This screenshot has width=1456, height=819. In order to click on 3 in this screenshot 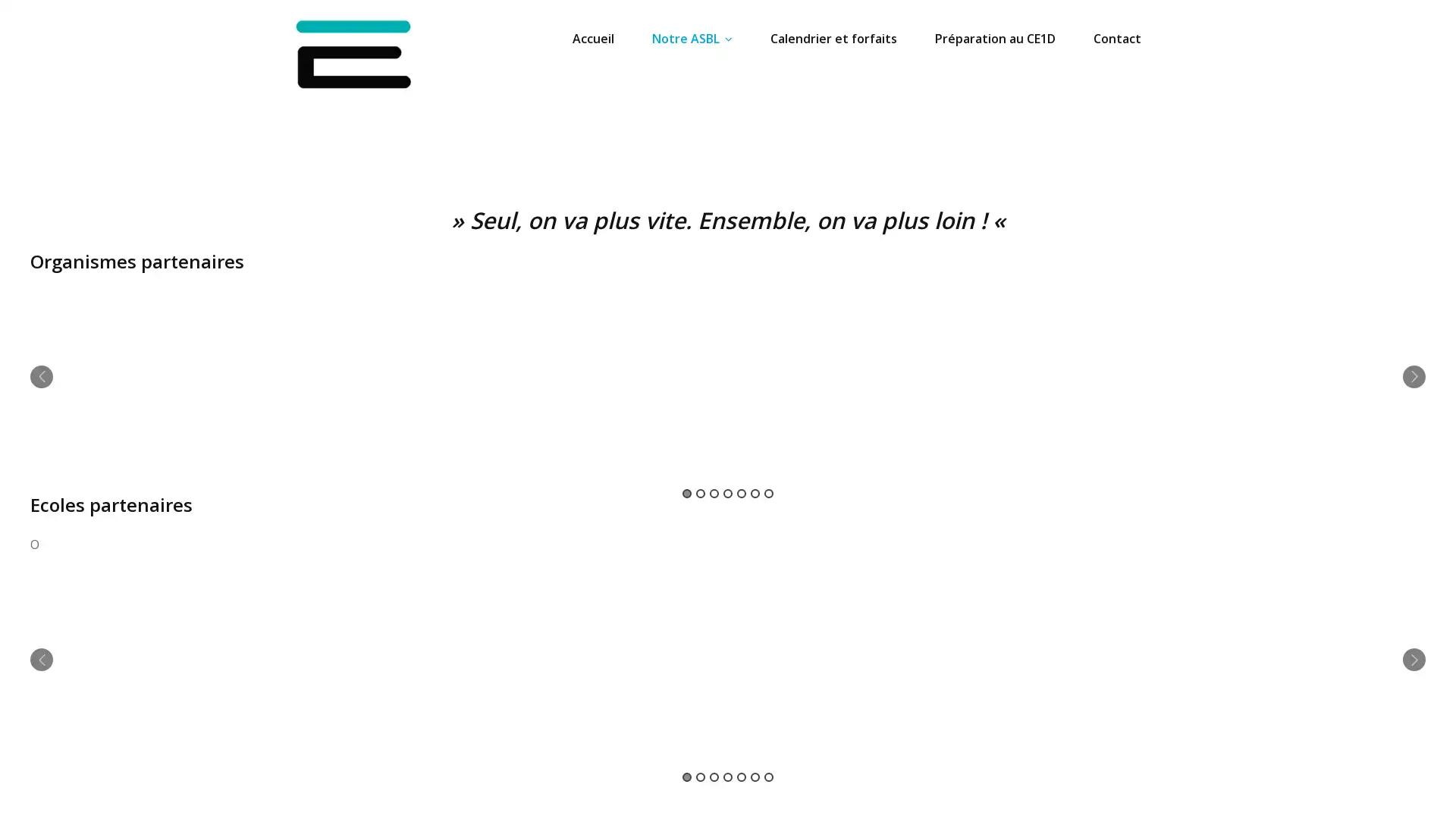, I will do `click(713, 494)`.